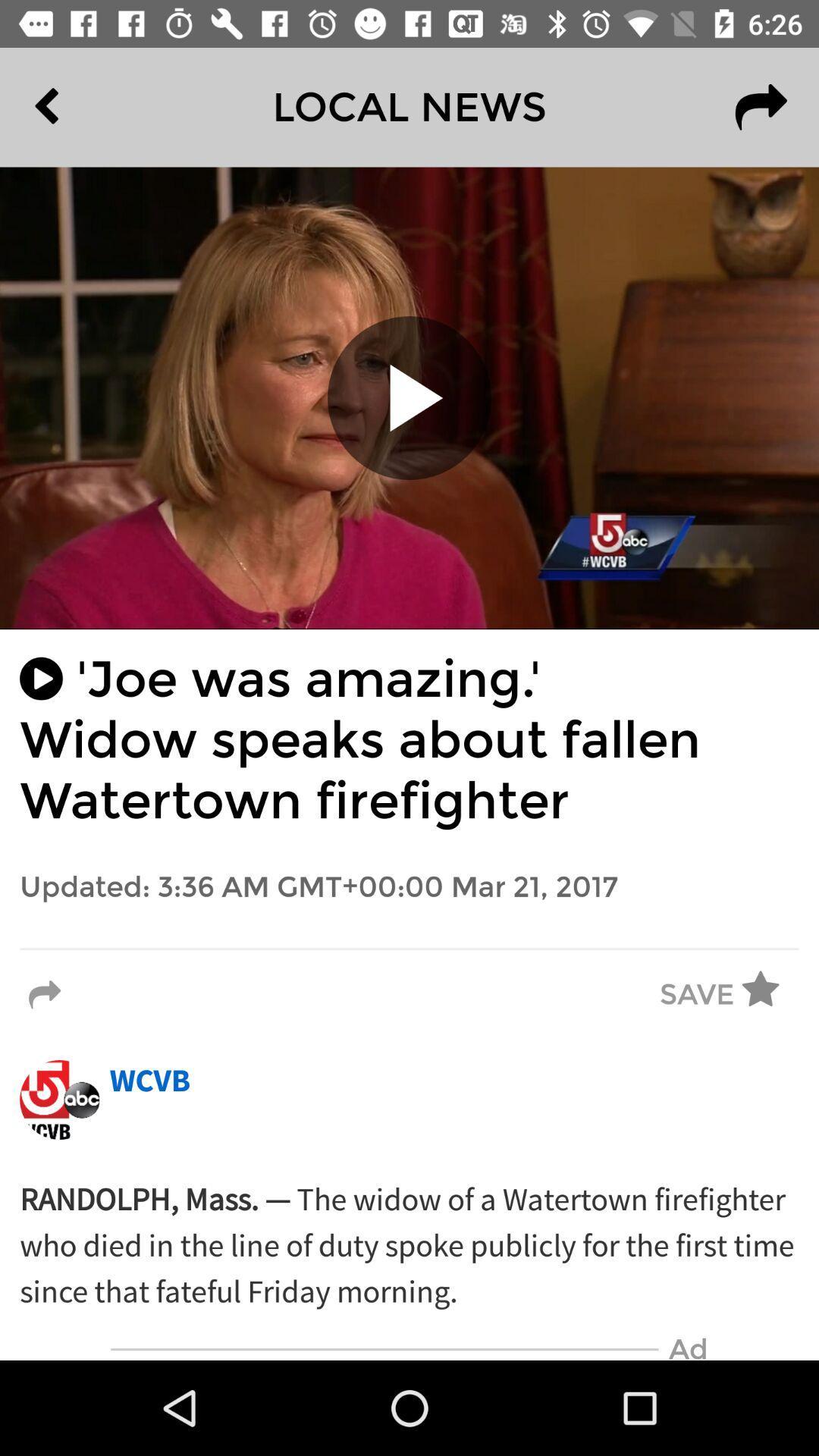 The height and width of the screenshot is (1456, 819). Describe the element at coordinates (770, 995) in the screenshot. I see `the item to the right of the save` at that location.